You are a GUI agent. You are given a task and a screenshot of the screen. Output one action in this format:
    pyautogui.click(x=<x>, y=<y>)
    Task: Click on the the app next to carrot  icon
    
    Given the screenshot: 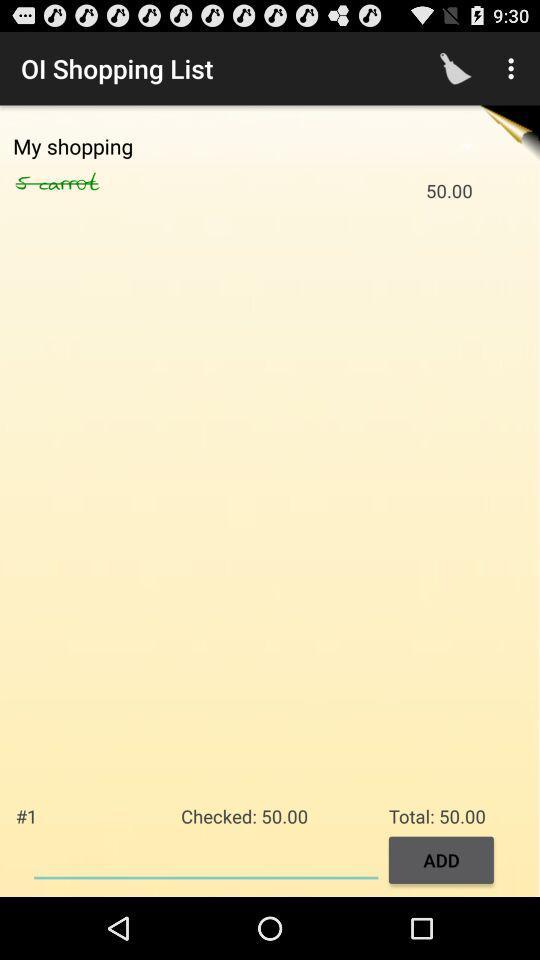 What is the action you would take?
    pyautogui.click(x=26, y=183)
    